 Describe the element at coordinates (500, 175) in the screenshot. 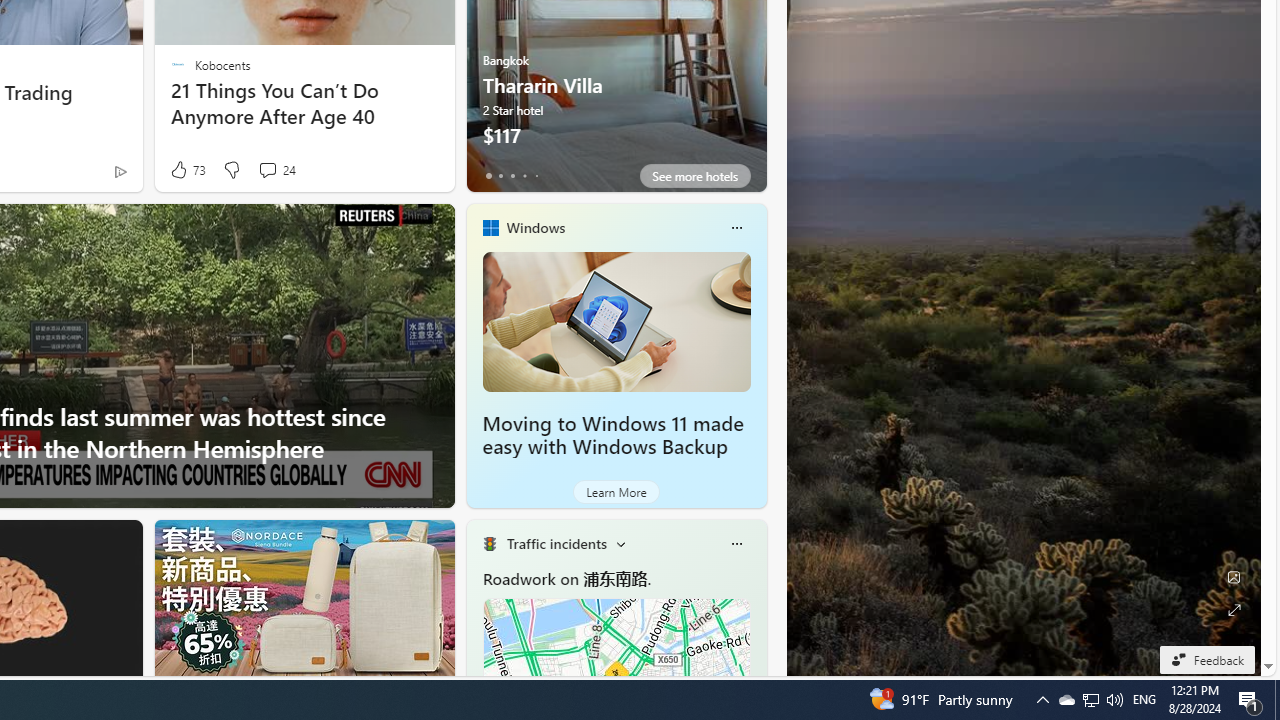

I see `'tab-1'` at that location.